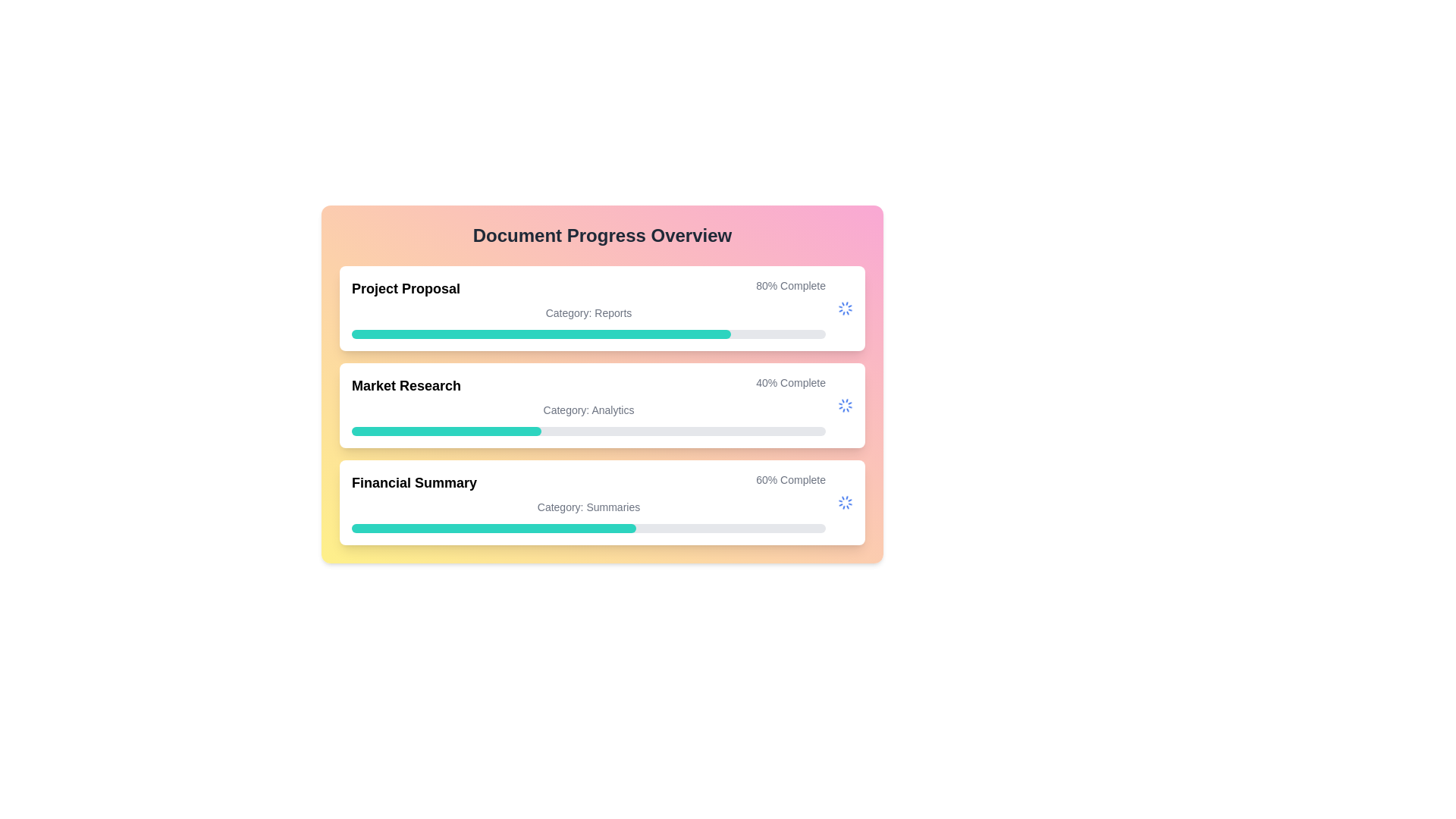 The height and width of the screenshot is (819, 1456). What do you see at coordinates (588, 503) in the screenshot?
I see `the 'Financial Summary' section, which includes a progress bar indicating '60% Complete' and a label 'Category: Summaries'. This section is the third in the Document Progress Overview` at bounding box center [588, 503].